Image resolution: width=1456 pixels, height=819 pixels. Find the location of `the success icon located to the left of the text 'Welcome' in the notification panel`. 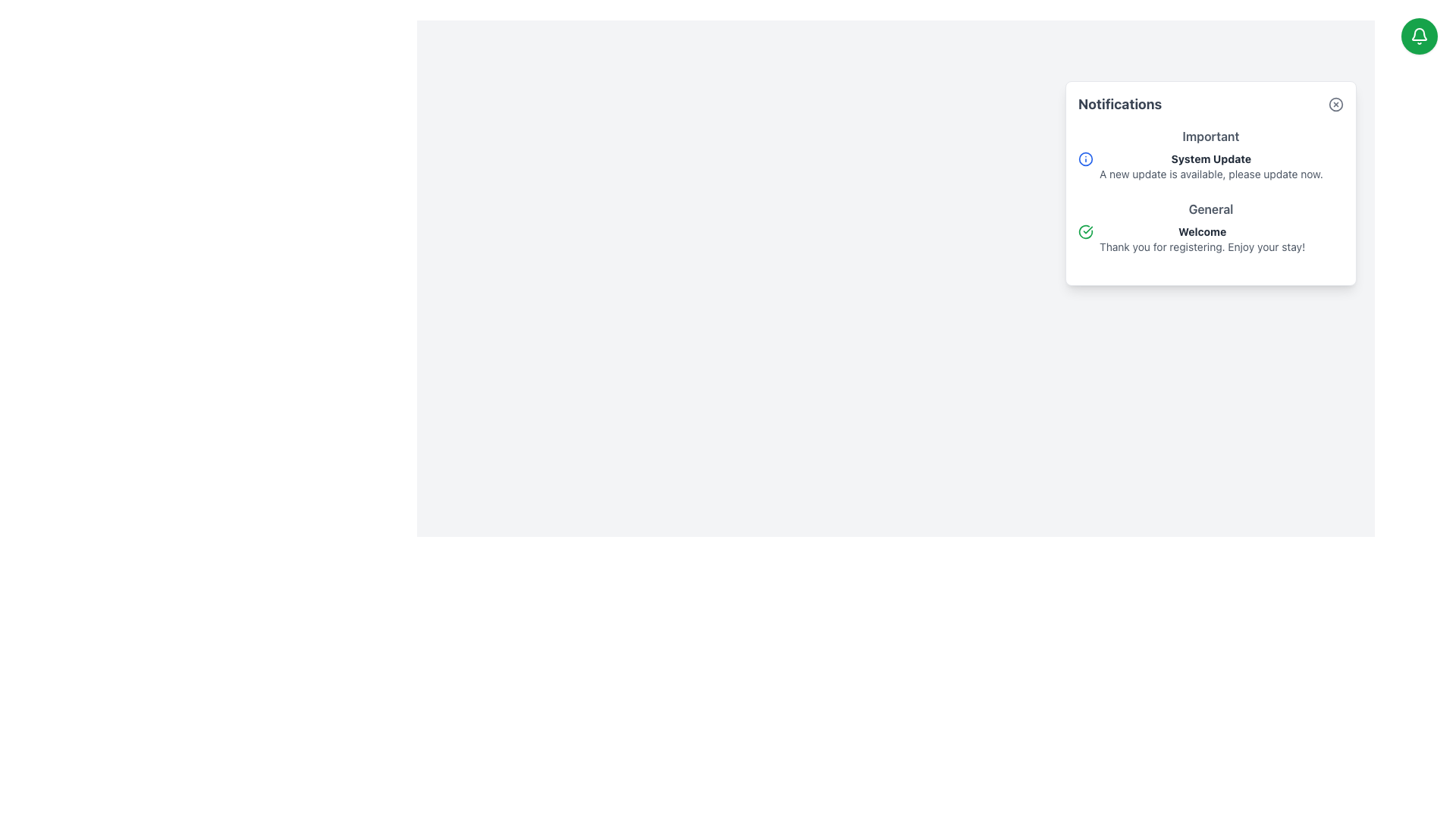

the success icon located to the left of the text 'Welcome' in the notification panel is located at coordinates (1084, 231).